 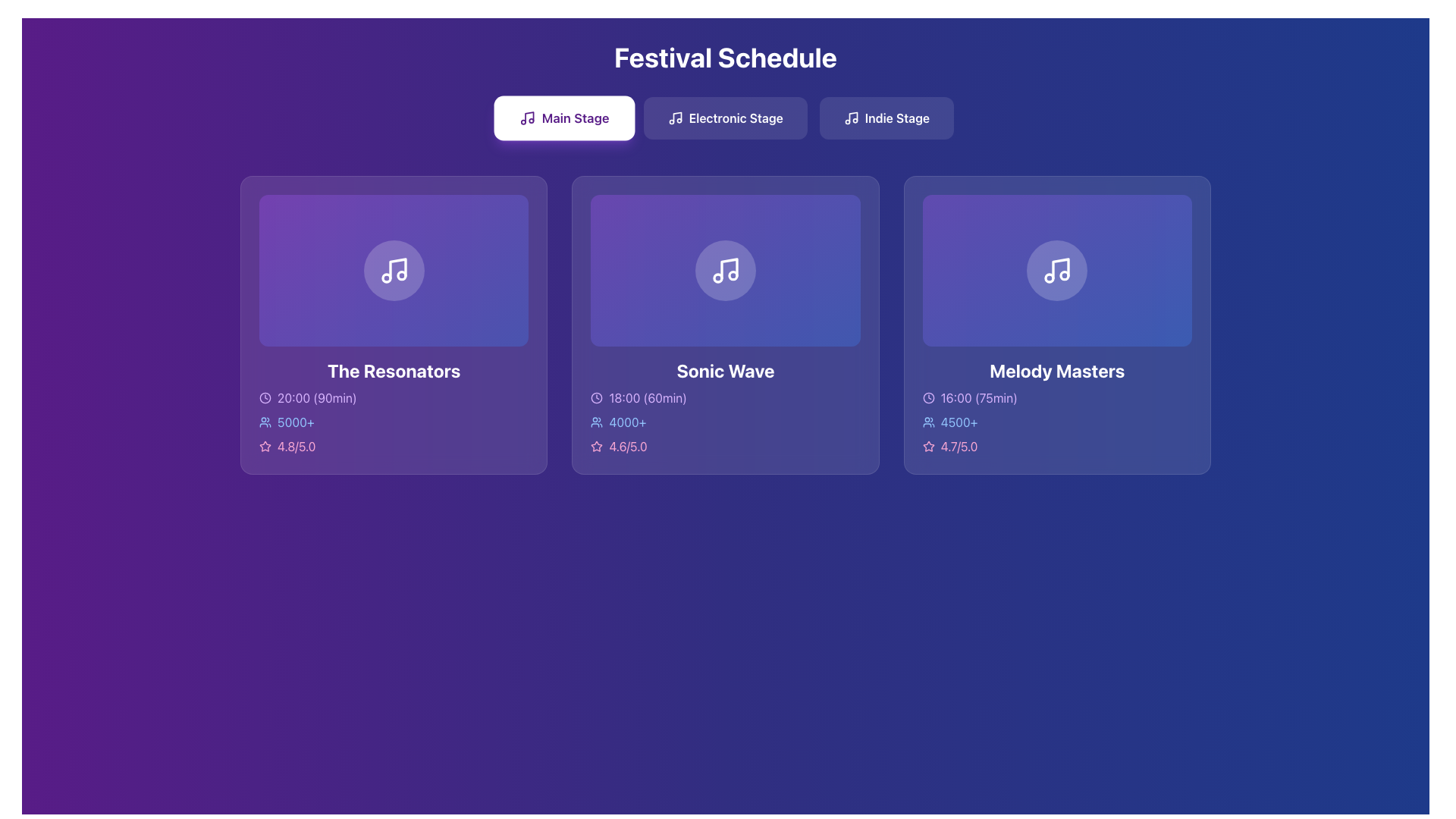 I want to click on the title text label of the event in the second card of a three-card layout to read the text, so click(x=724, y=370).